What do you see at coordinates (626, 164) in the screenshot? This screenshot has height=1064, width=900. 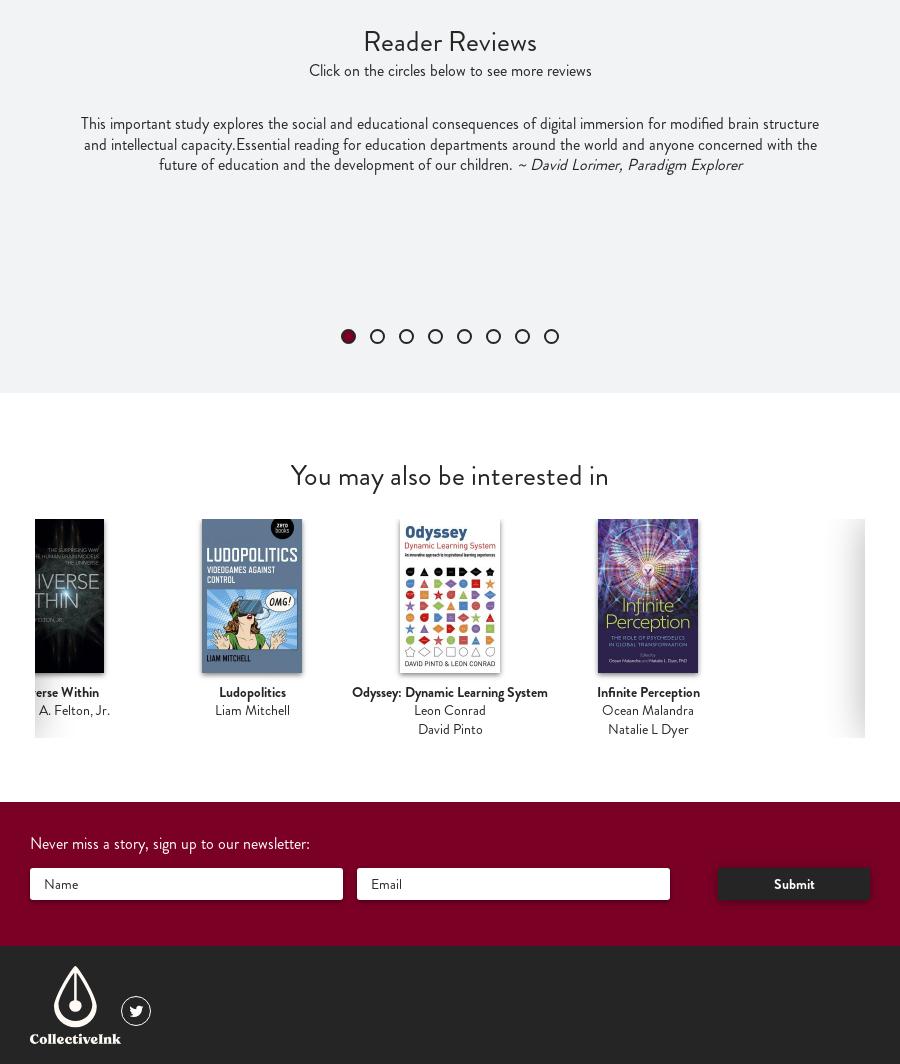 I see `'~ David Lorimer, Paradigm Explorer'` at bounding box center [626, 164].